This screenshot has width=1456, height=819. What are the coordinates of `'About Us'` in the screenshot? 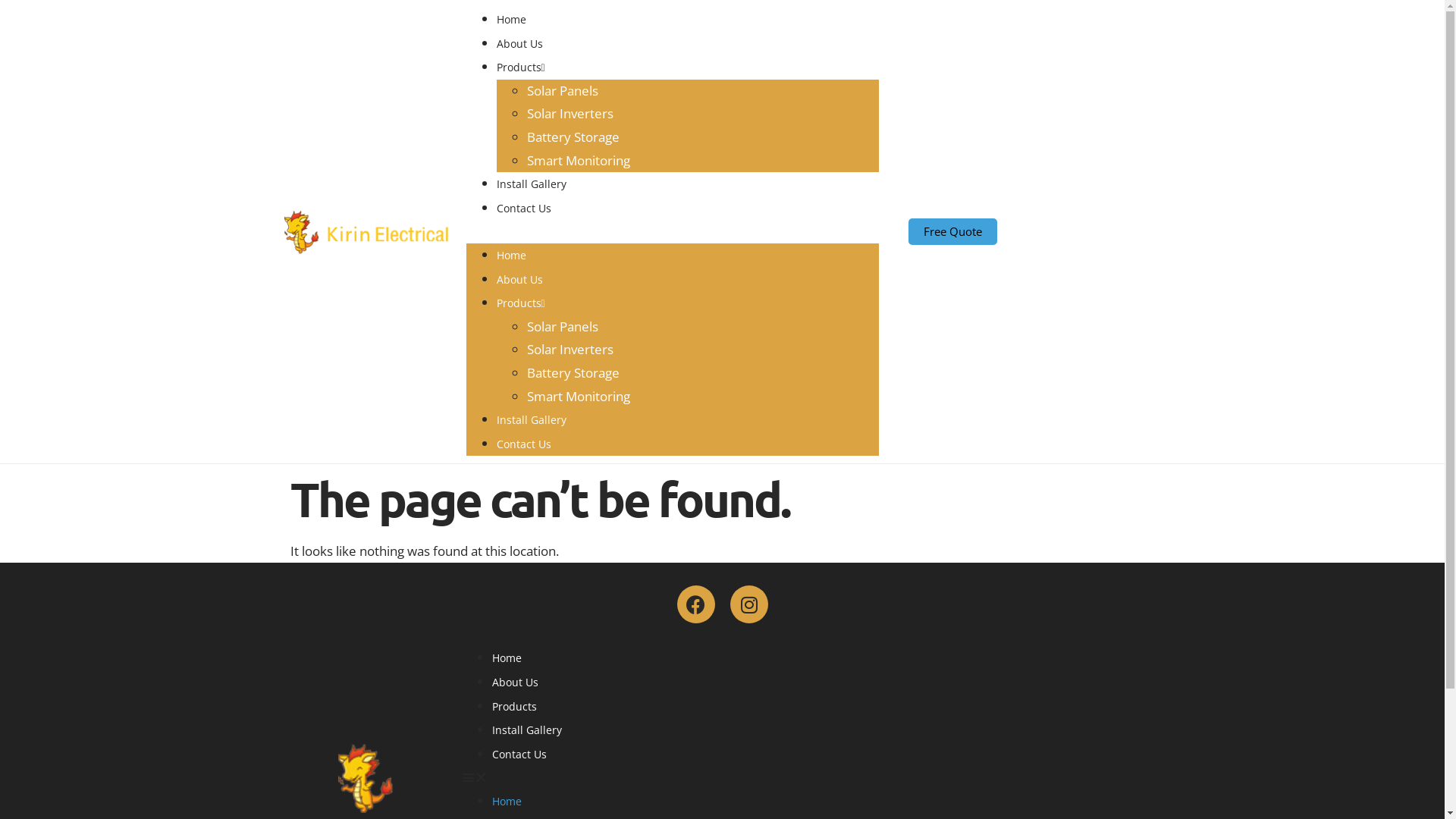 It's located at (519, 42).